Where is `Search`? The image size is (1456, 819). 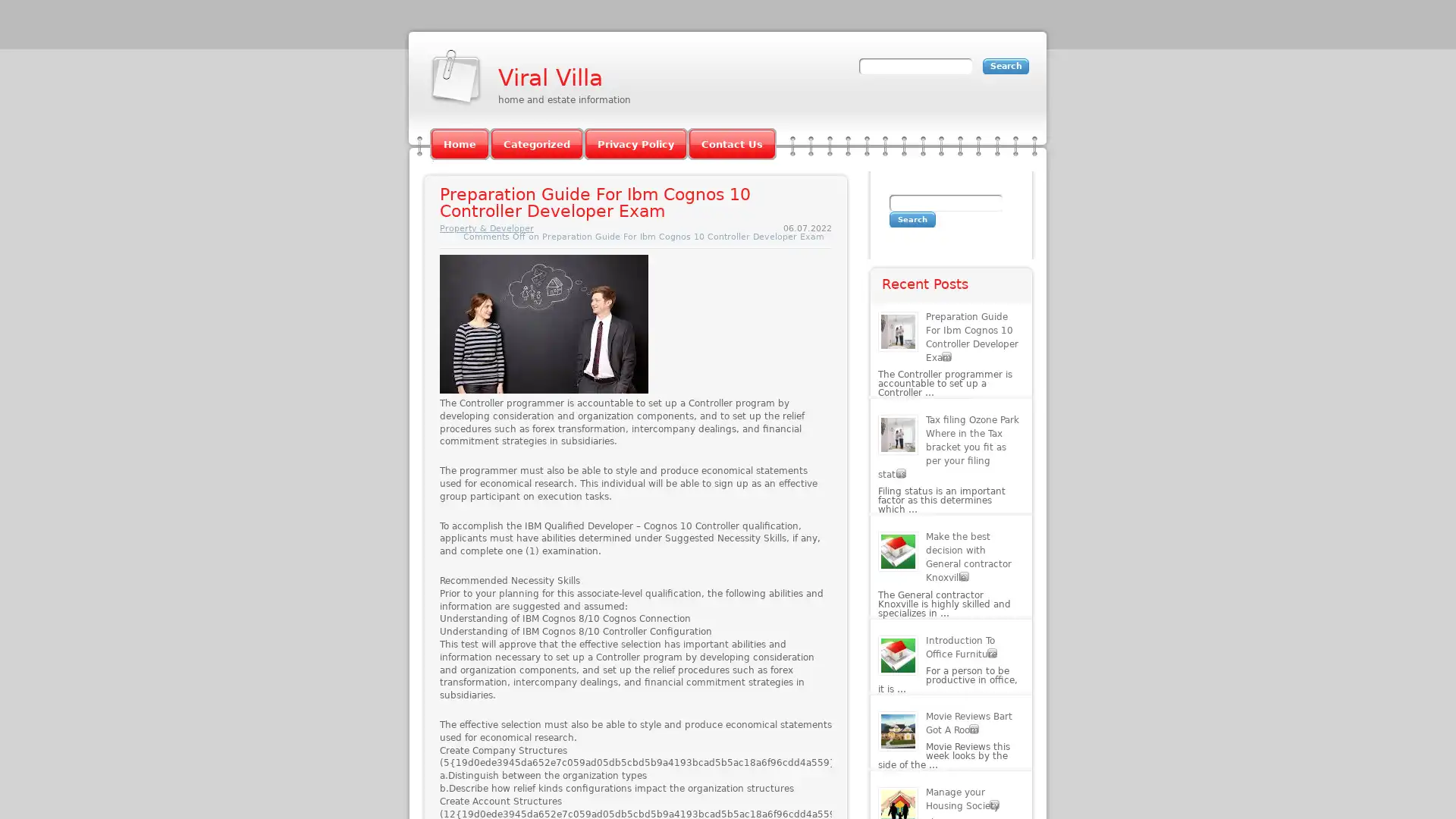
Search is located at coordinates (912, 219).